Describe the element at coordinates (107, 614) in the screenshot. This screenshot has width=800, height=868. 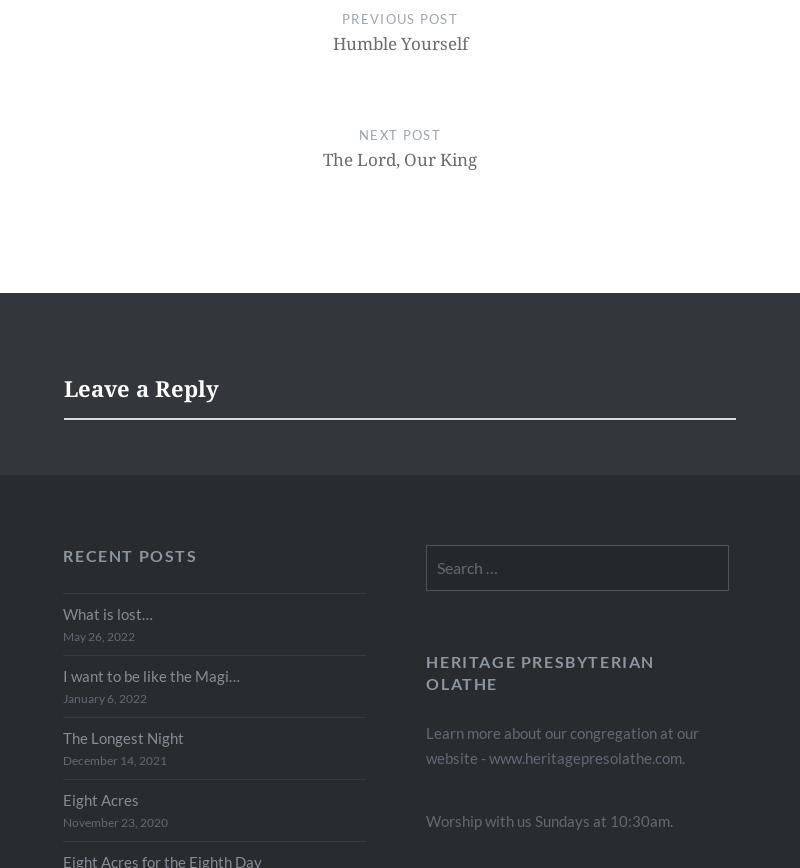
I see `'What is lost…'` at that location.